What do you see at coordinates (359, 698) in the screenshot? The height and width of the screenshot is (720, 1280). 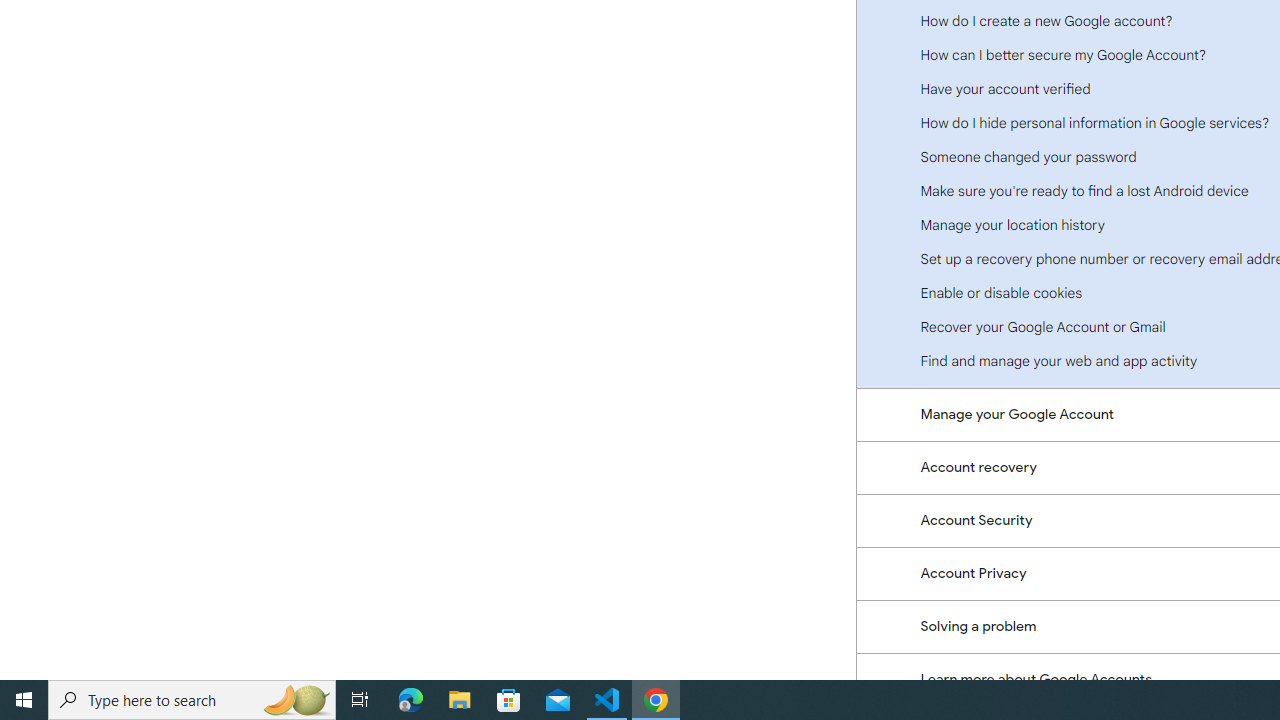 I see `'Task View'` at bounding box center [359, 698].